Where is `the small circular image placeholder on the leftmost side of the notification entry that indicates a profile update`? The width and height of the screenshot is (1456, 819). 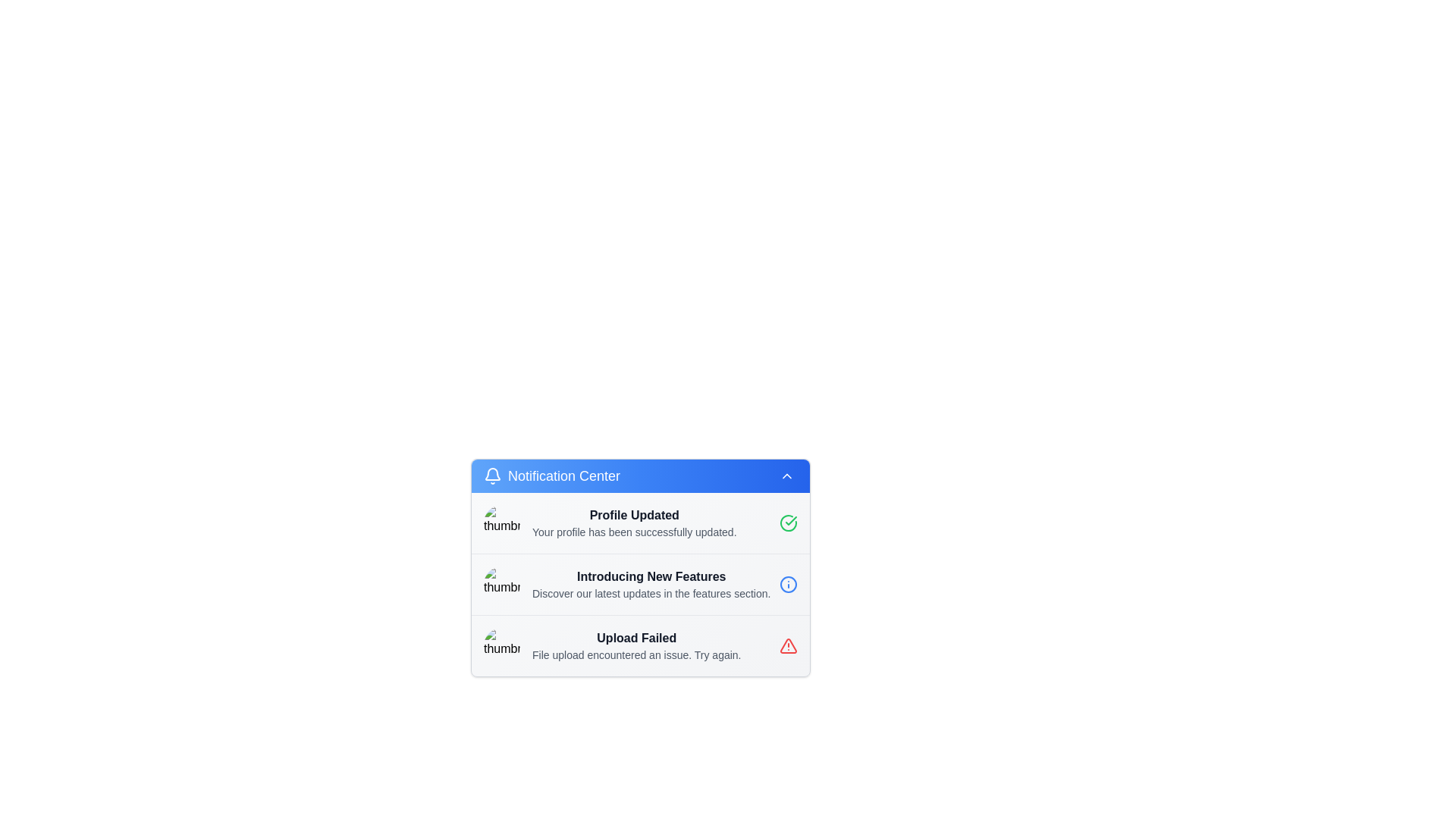 the small circular image placeholder on the leftmost side of the notification entry that indicates a profile update is located at coordinates (502, 522).